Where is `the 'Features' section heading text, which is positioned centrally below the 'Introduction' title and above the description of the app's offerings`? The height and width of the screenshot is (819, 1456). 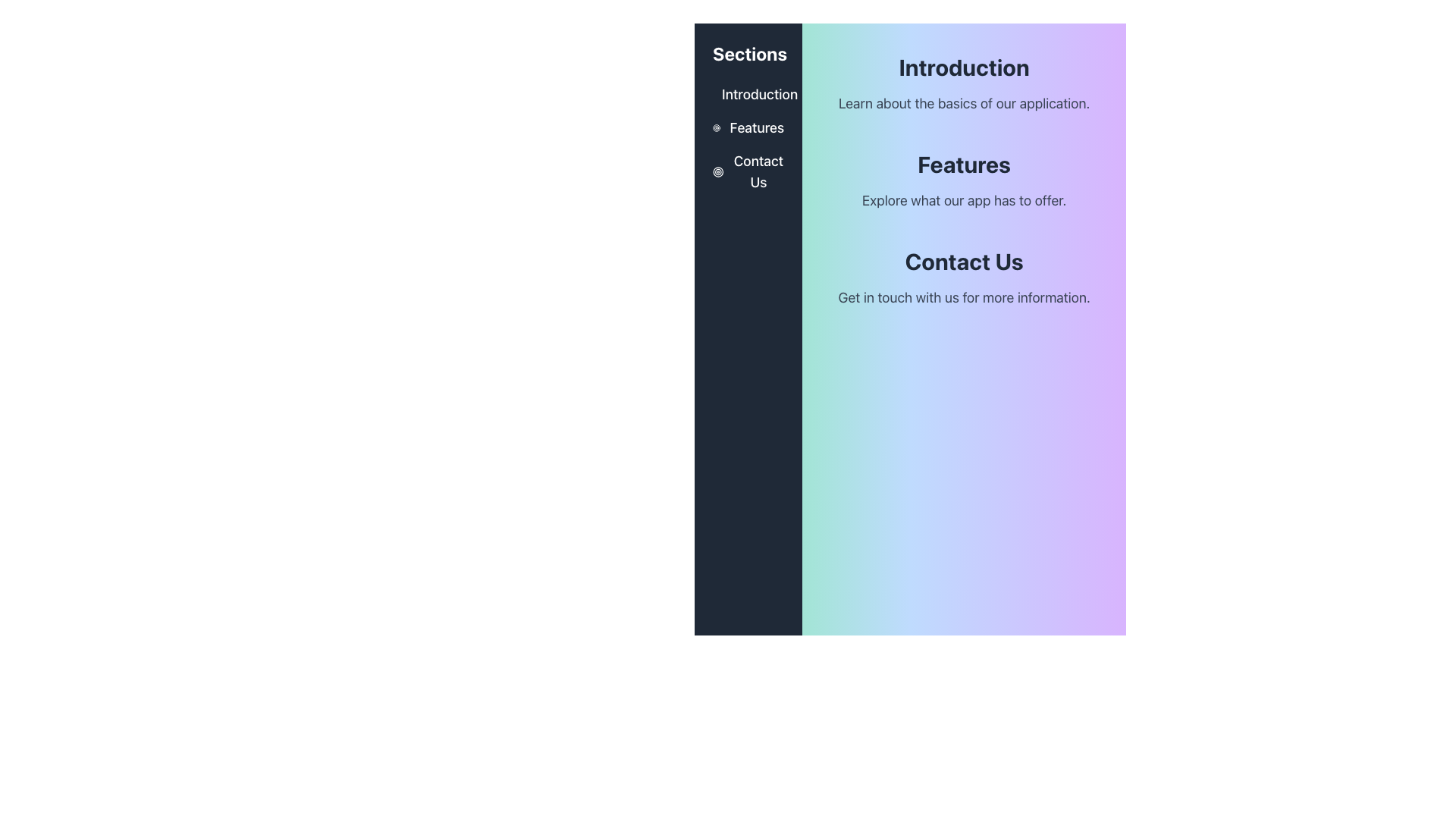 the 'Features' section heading text, which is positioned centrally below the 'Introduction' title and above the description of the app's offerings is located at coordinates (963, 164).